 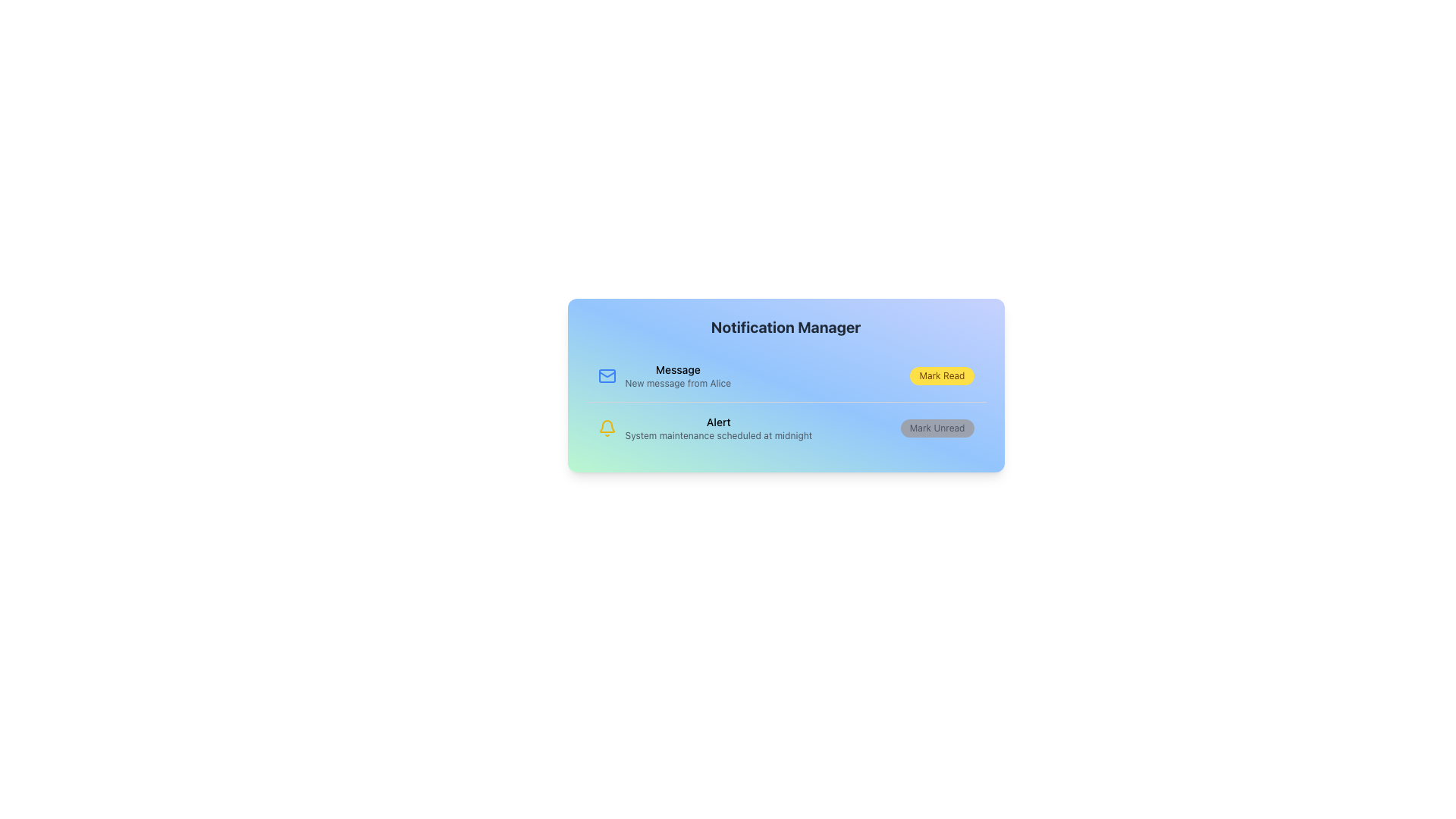 What do you see at coordinates (607, 375) in the screenshot?
I see `the decorative mail icon located at the top left of the 'Message' notification in the 'Notification Manager' panel` at bounding box center [607, 375].